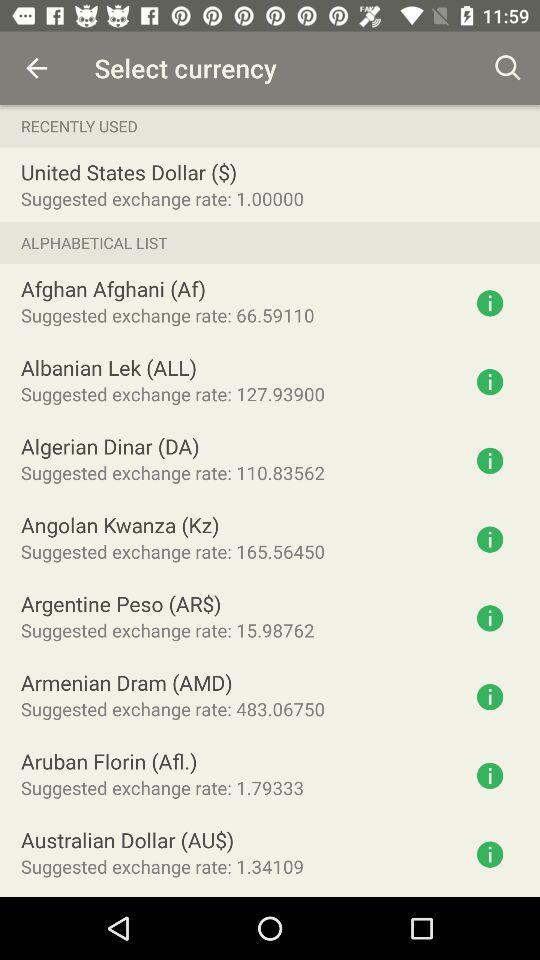  I want to click on algerian dinar information, so click(489, 460).